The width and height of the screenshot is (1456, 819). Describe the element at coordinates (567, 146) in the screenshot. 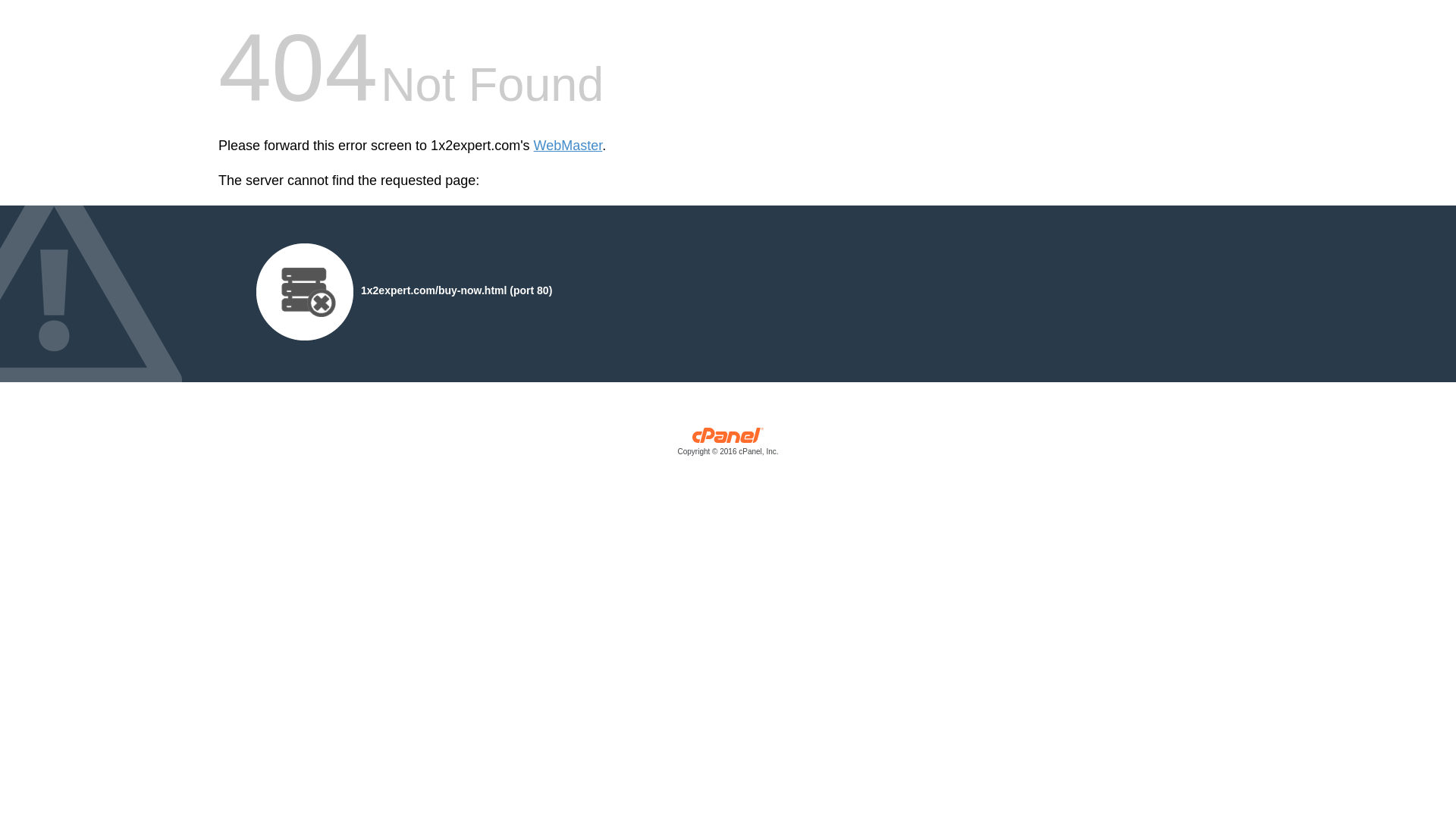

I see `'WebMaster'` at that location.